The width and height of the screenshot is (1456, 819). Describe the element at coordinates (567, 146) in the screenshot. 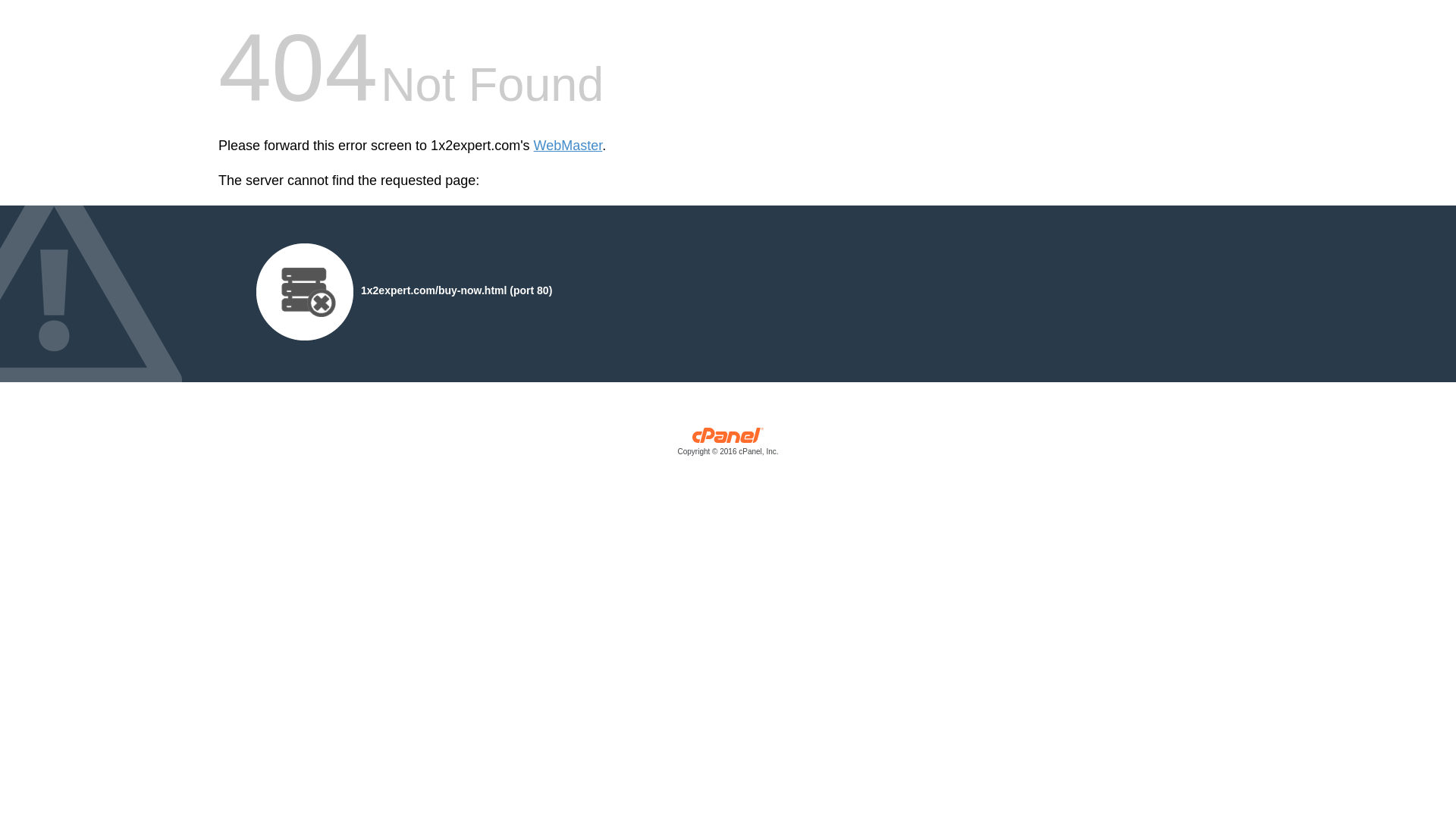

I see `'WebMaster'` at that location.